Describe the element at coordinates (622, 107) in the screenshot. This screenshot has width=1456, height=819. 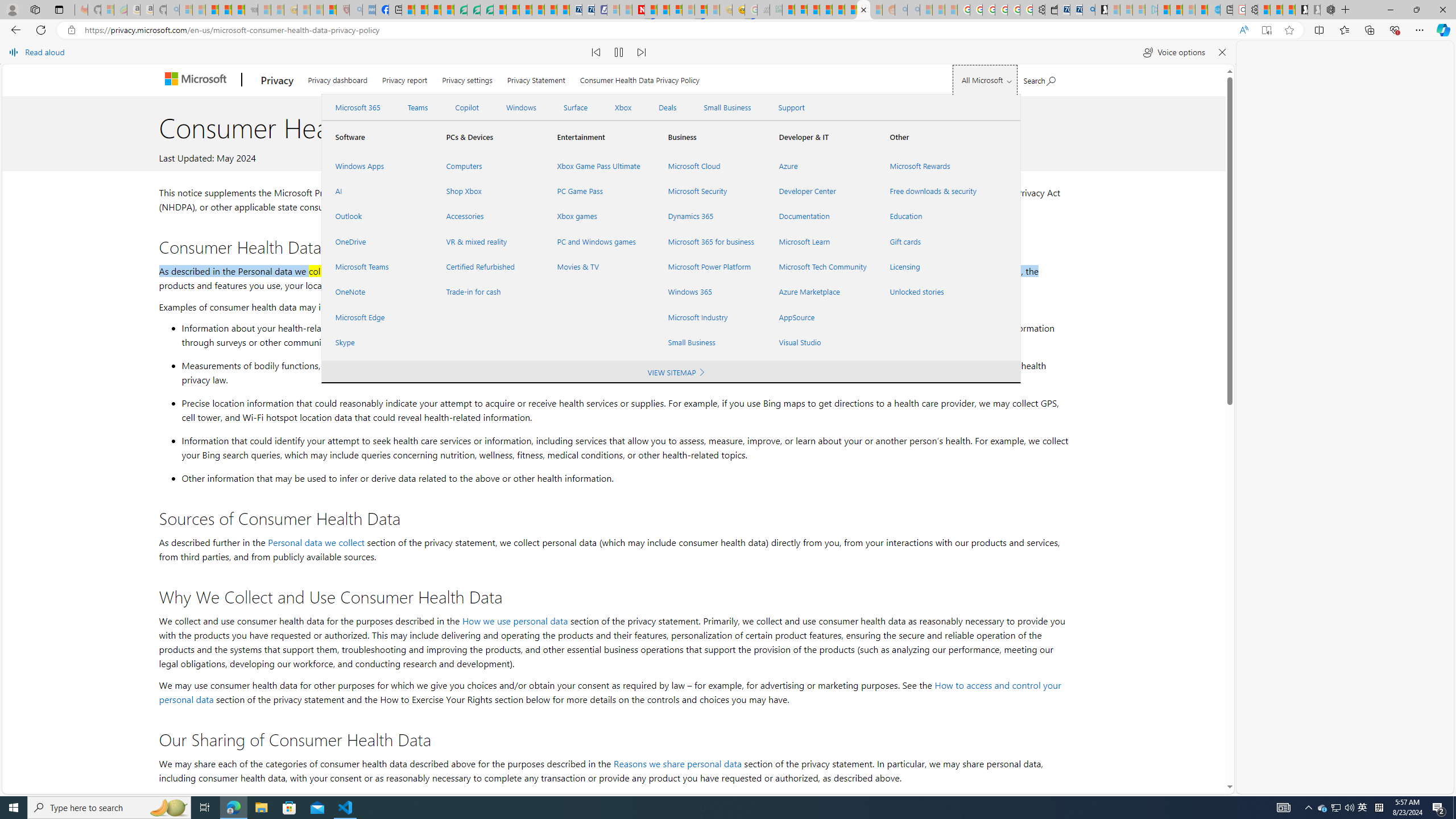
I see `'Xbox'` at that location.